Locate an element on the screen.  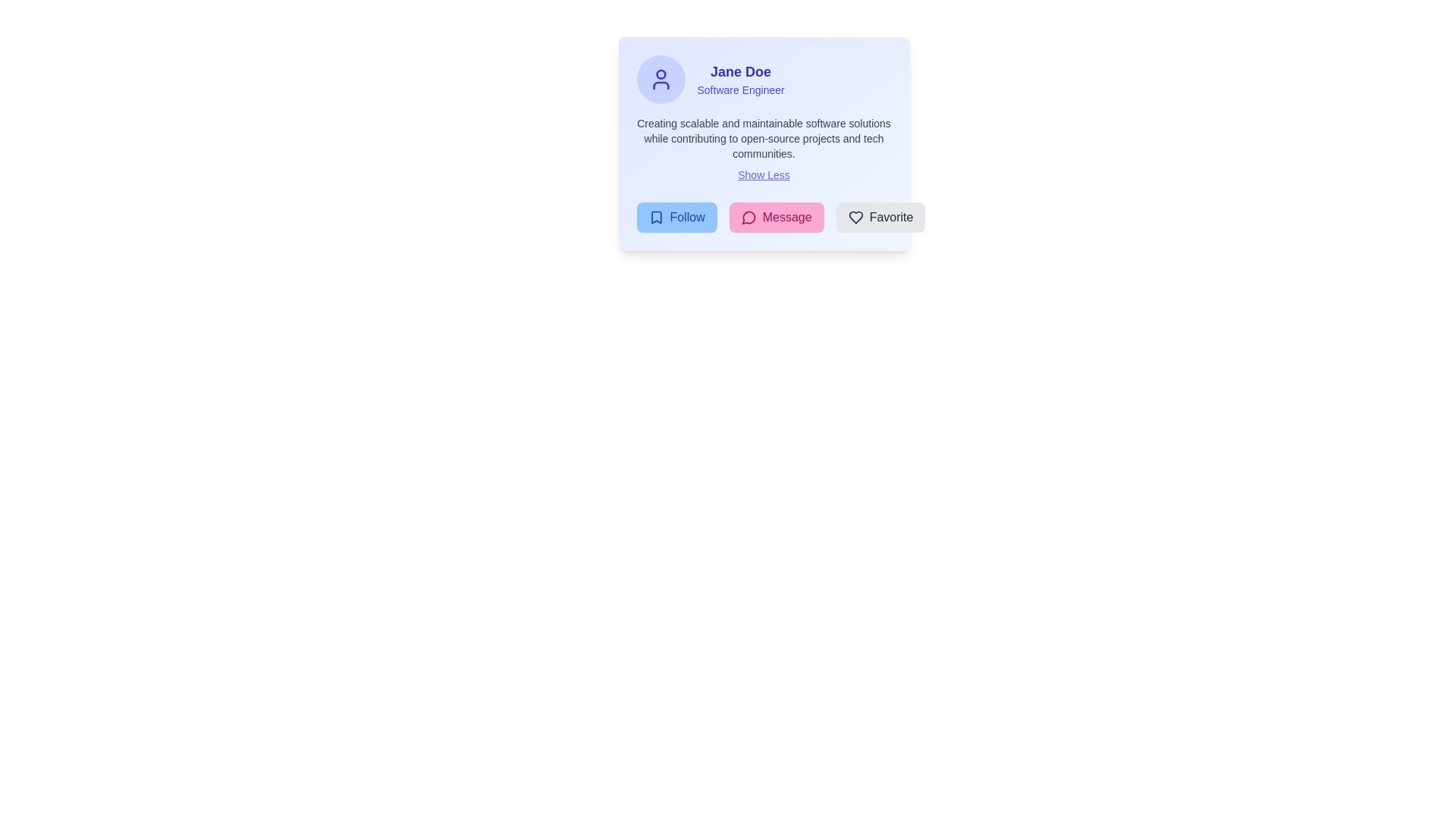
the rightmost button in the row of three buttons below the user card is located at coordinates (880, 217).